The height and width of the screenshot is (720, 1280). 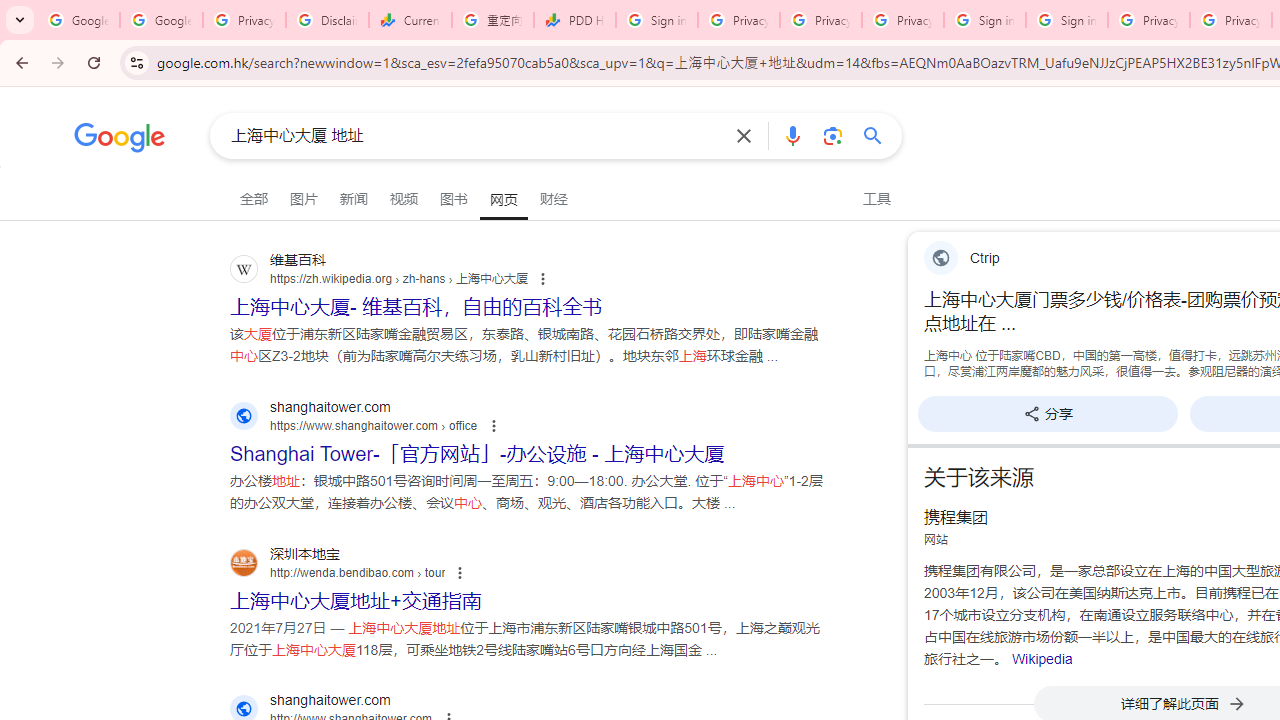 I want to click on 'Currencies - Google Finance', so click(x=409, y=20).